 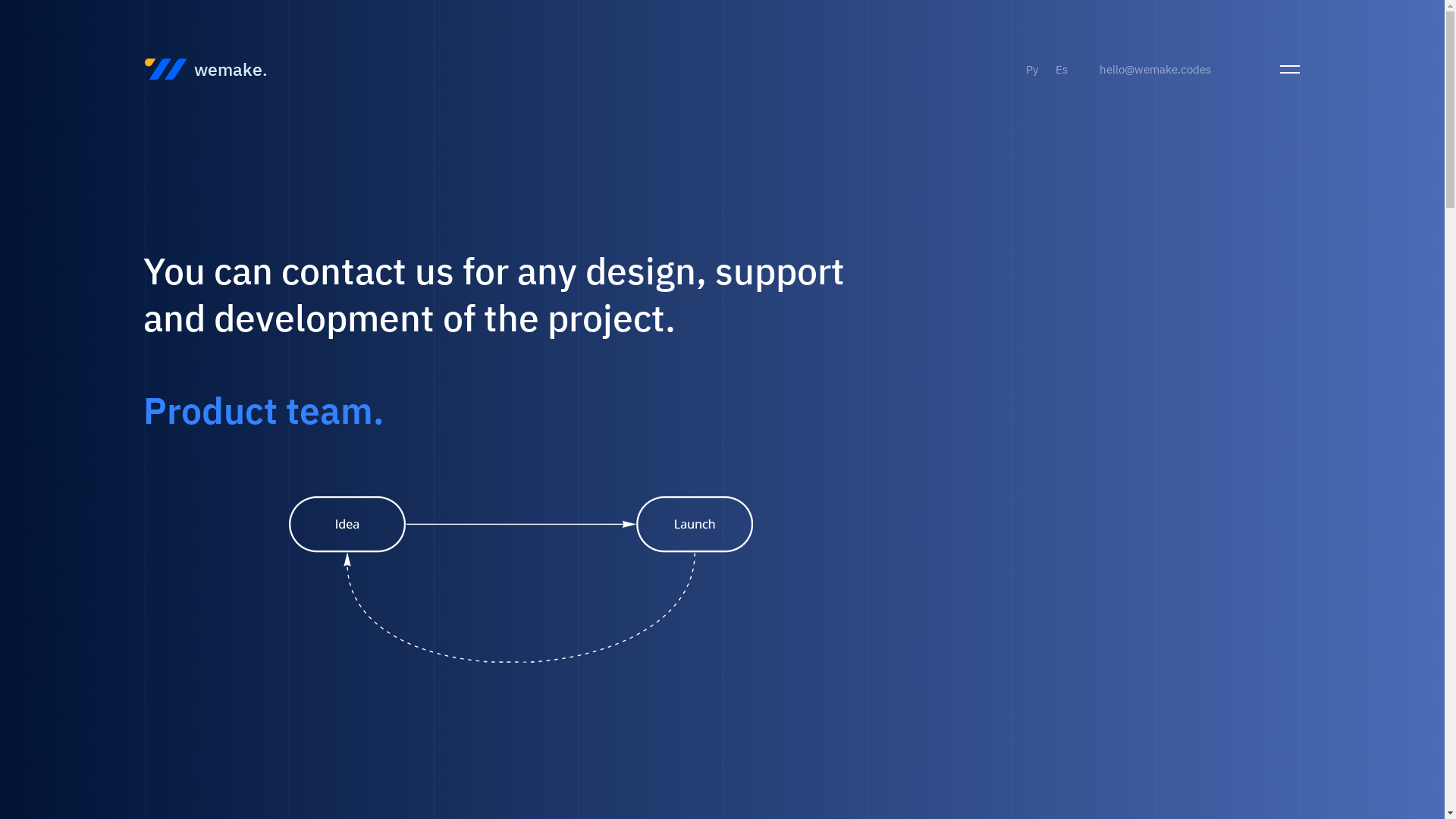 I want to click on 'Es', so click(x=1061, y=69).